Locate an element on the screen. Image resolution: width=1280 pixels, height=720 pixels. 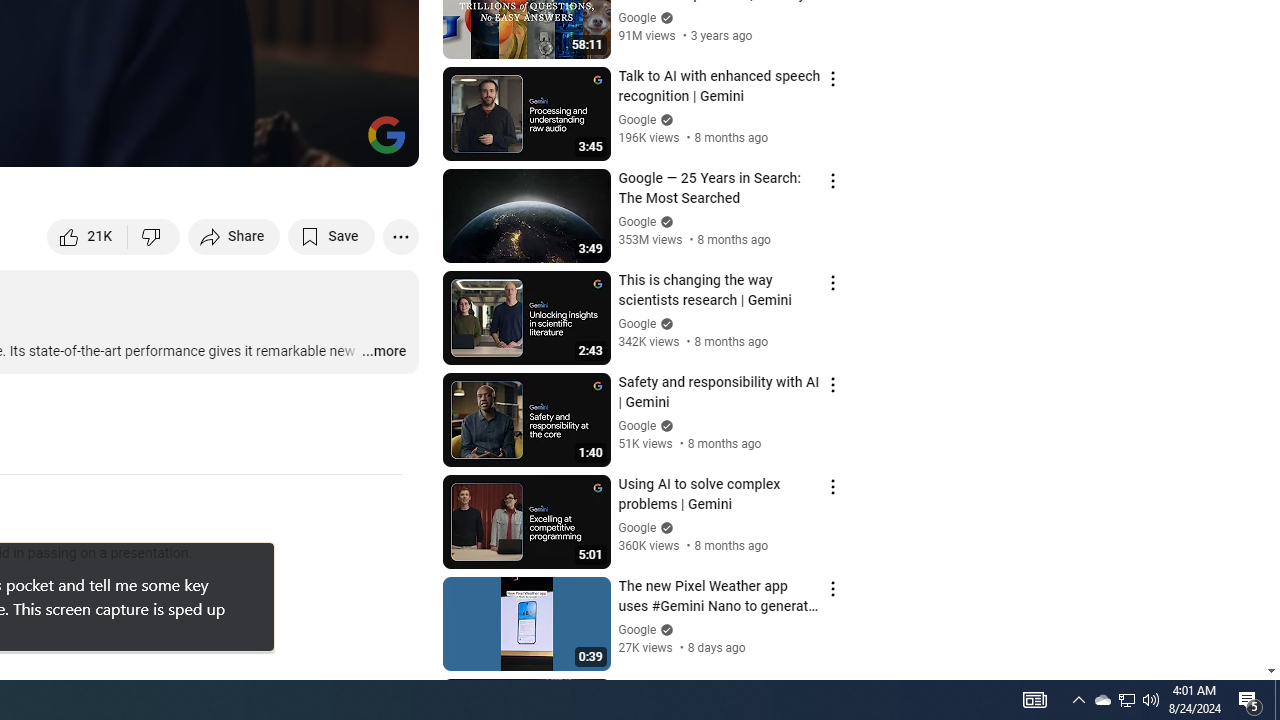
'Subtitles/closed captions unavailable' is located at coordinates (190, 141).